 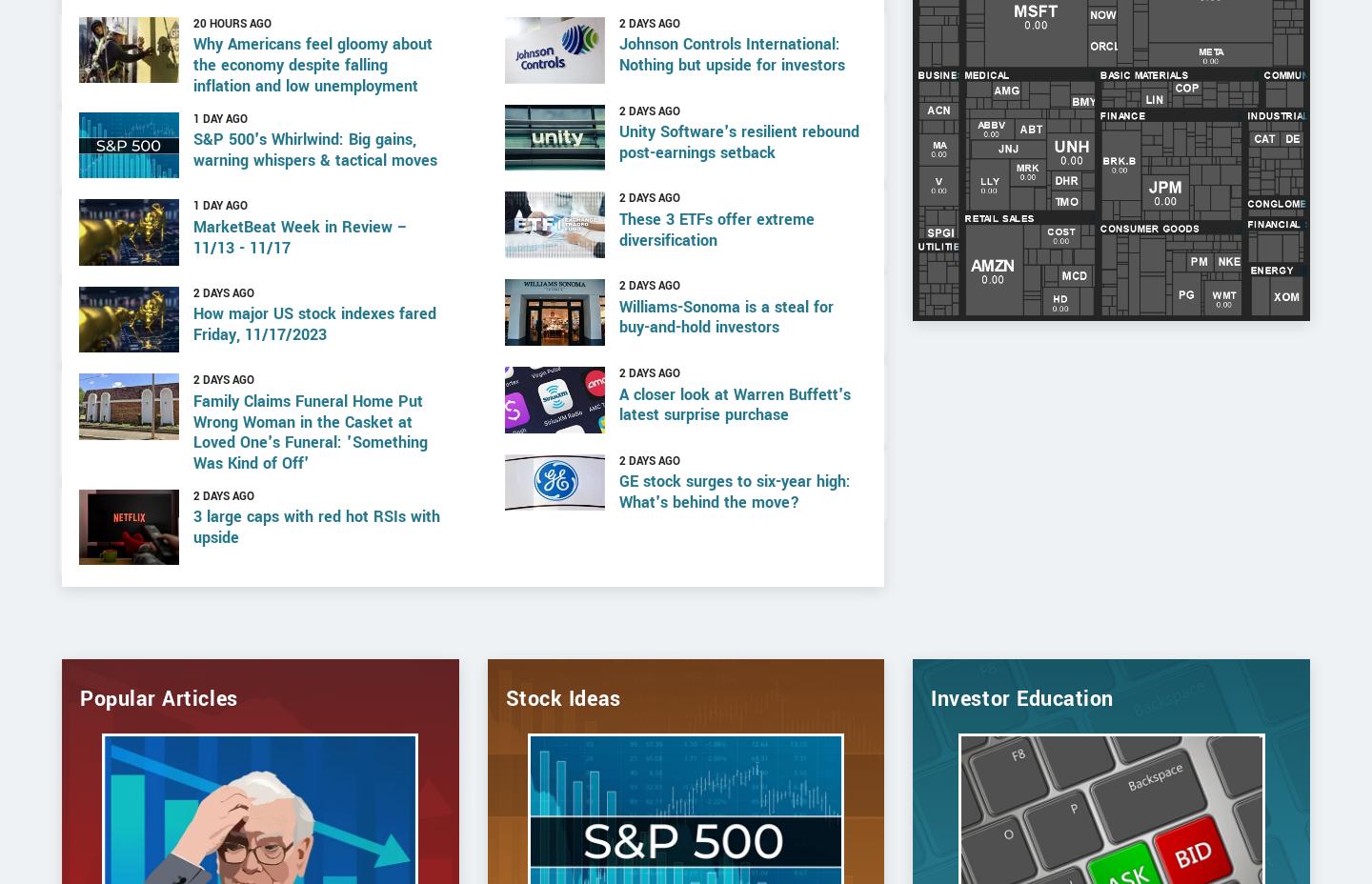 What do you see at coordinates (300, 297) in the screenshot?
I see `'MarketBeat Week in Review – 11/13 - 11/17'` at bounding box center [300, 297].